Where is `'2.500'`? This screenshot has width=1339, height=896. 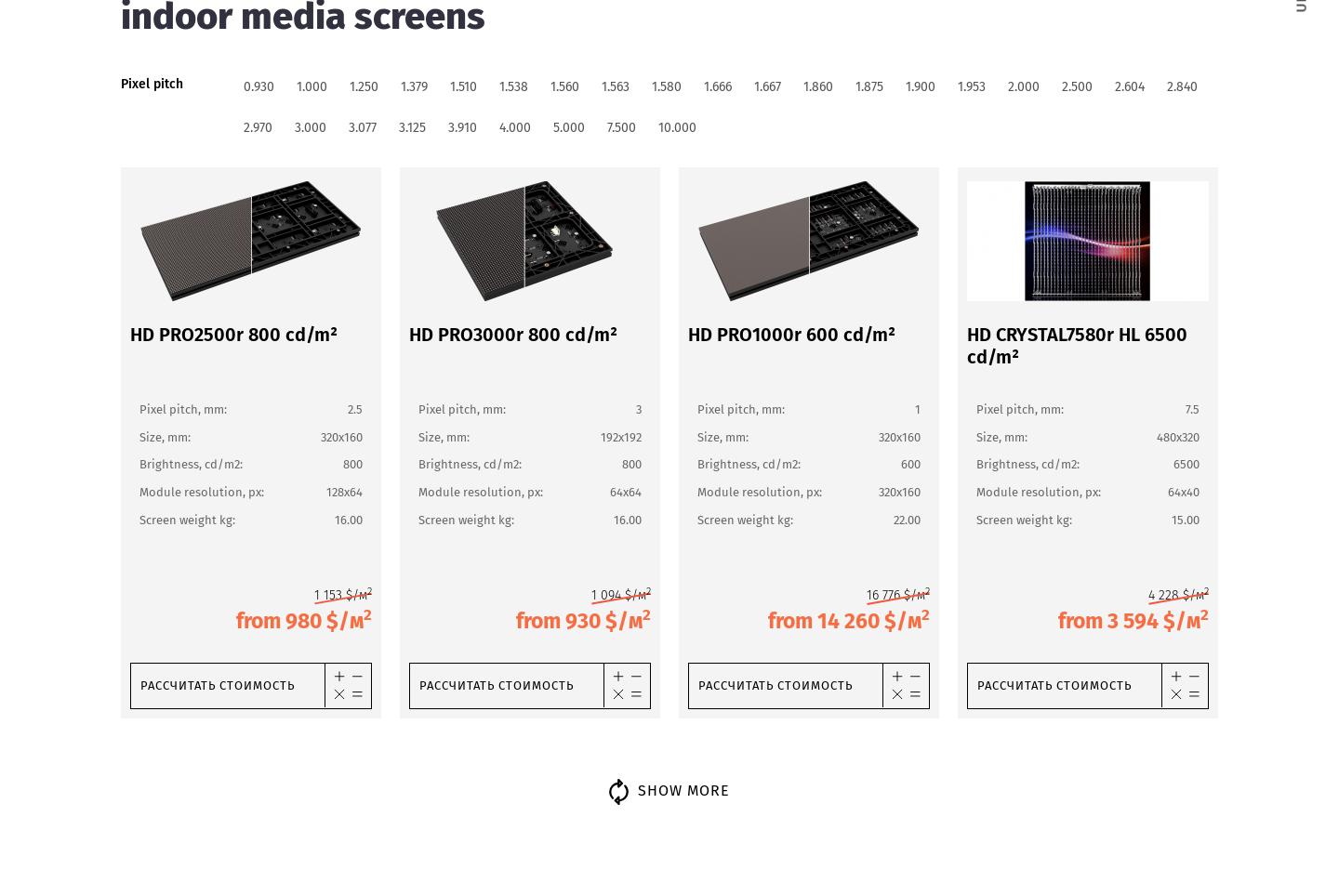 '2.500' is located at coordinates (1077, 86).